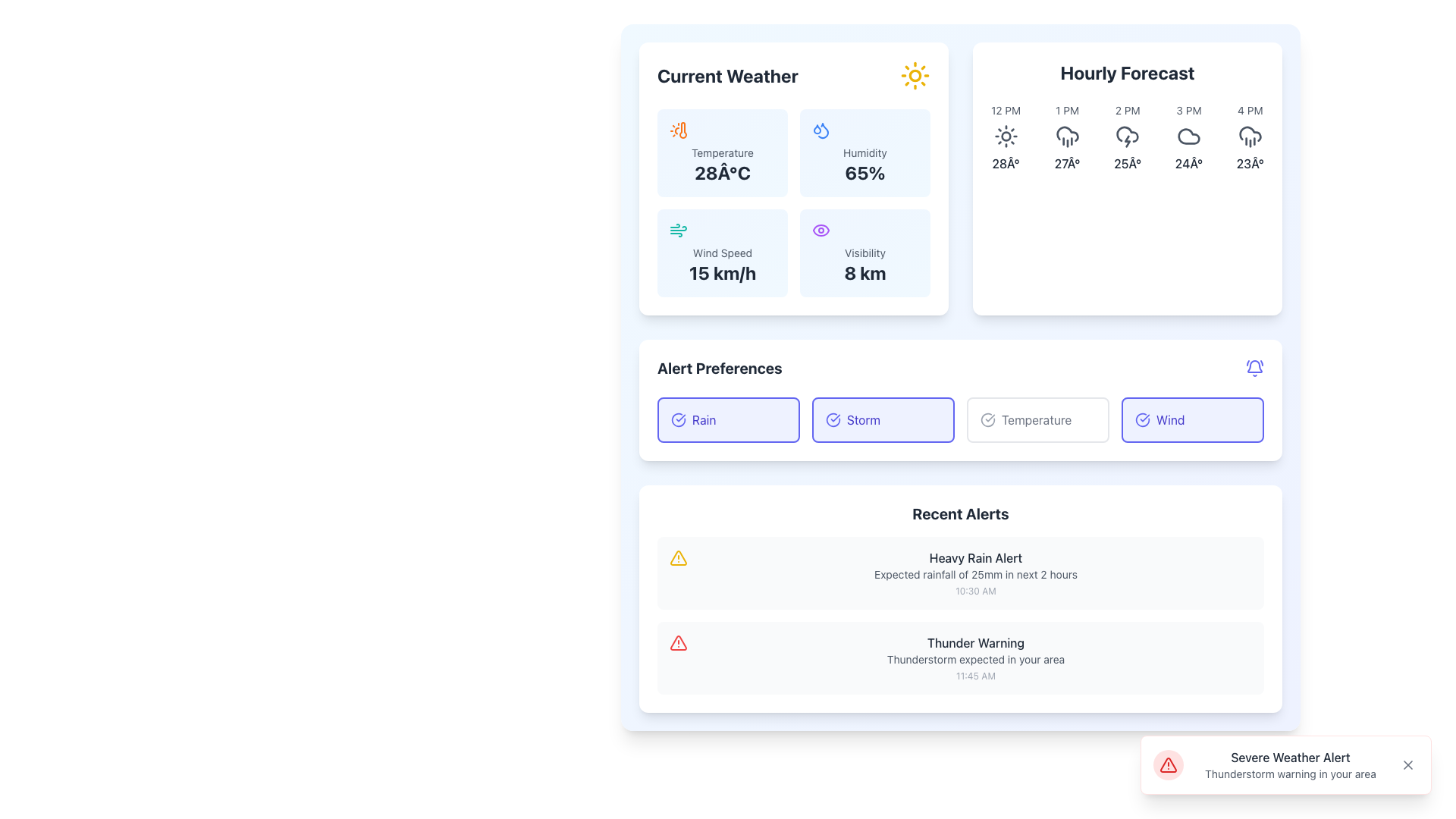  Describe the element at coordinates (1037, 420) in the screenshot. I see `the Selectable button labeled 'Temperature' with a checkmark icon` at that location.